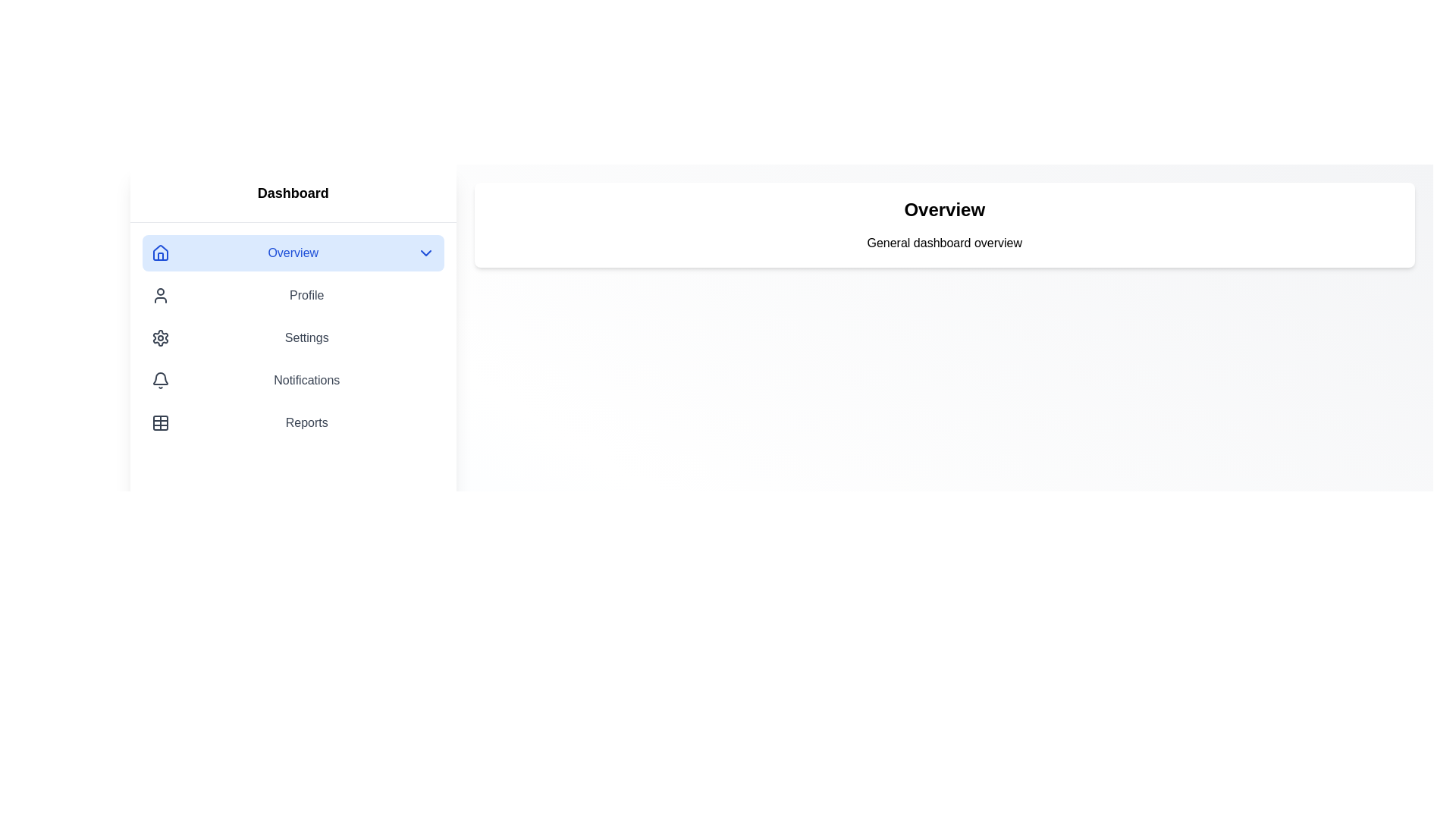 Image resolution: width=1456 pixels, height=819 pixels. I want to click on the menu item Settings in the sidebar to navigate to its respective content, so click(293, 337).